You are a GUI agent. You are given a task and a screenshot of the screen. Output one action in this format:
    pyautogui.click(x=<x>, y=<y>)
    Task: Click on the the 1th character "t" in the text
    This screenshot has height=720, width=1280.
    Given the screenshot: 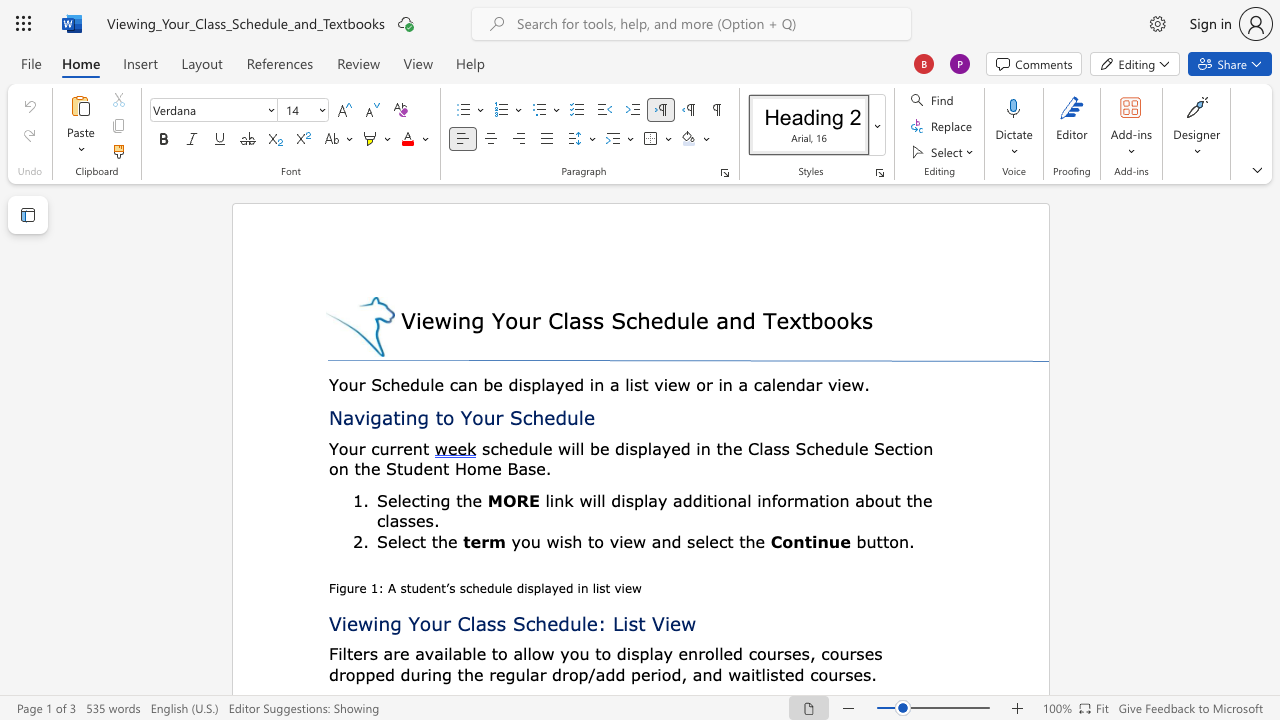 What is the action you would take?
    pyautogui.click(x=425, y=447)
    